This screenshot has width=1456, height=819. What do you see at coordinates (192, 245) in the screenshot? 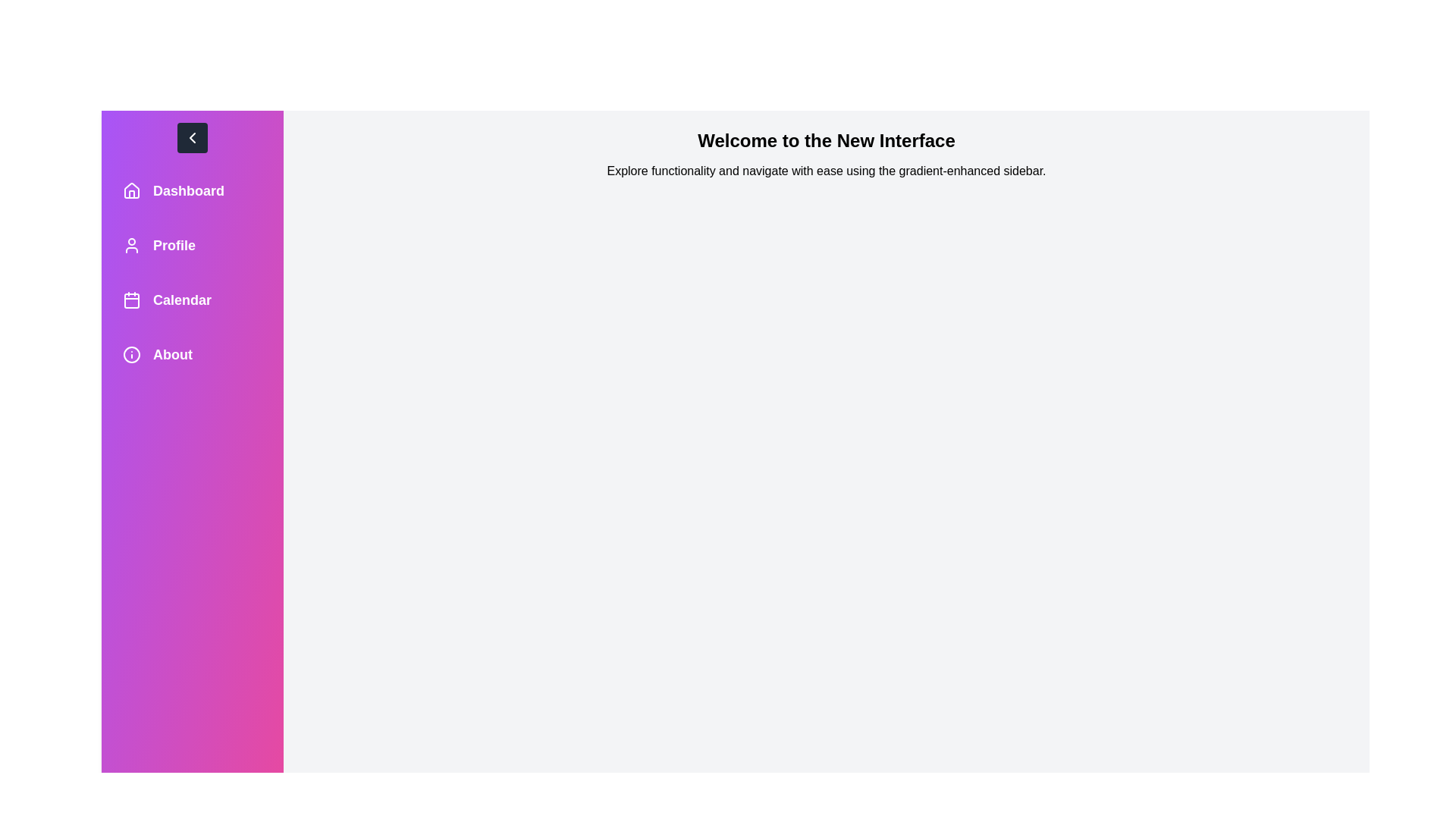
I see `the menu item labeled Profile to navigate to the corresponding section` at bounding box center [192, 245].